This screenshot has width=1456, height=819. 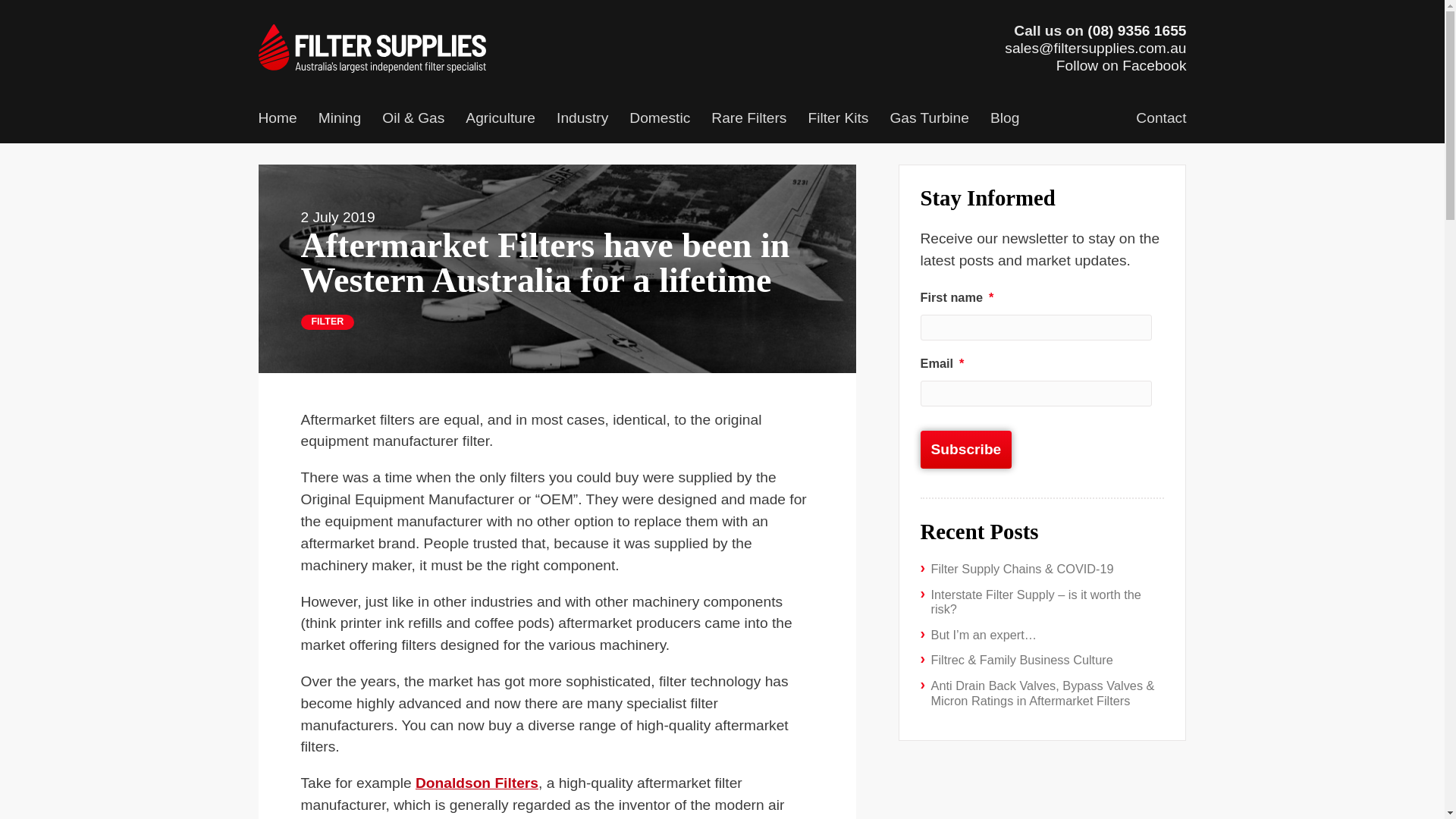 What do you see at coordinates (928, 119) in the screenshot?
I see `'Gas Turbine'` at bounding box center [928, 119].